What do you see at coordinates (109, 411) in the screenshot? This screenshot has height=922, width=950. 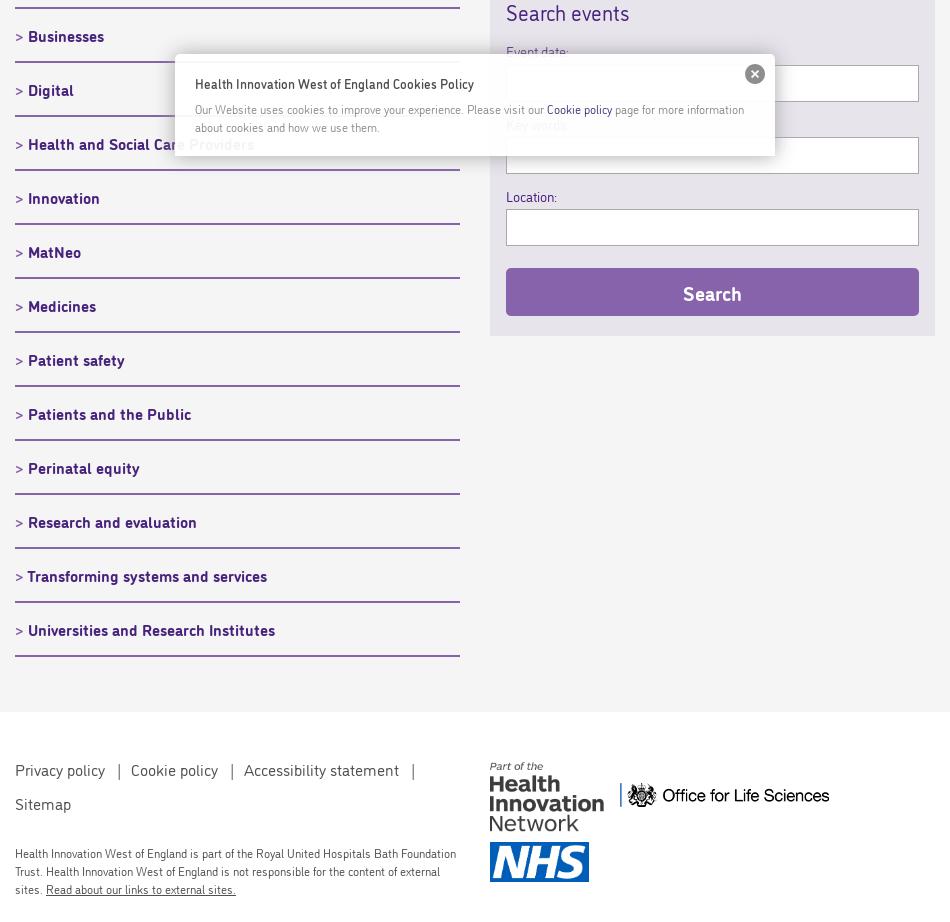 I see `'Patients and the Public'` at bounding box center [109, 411].